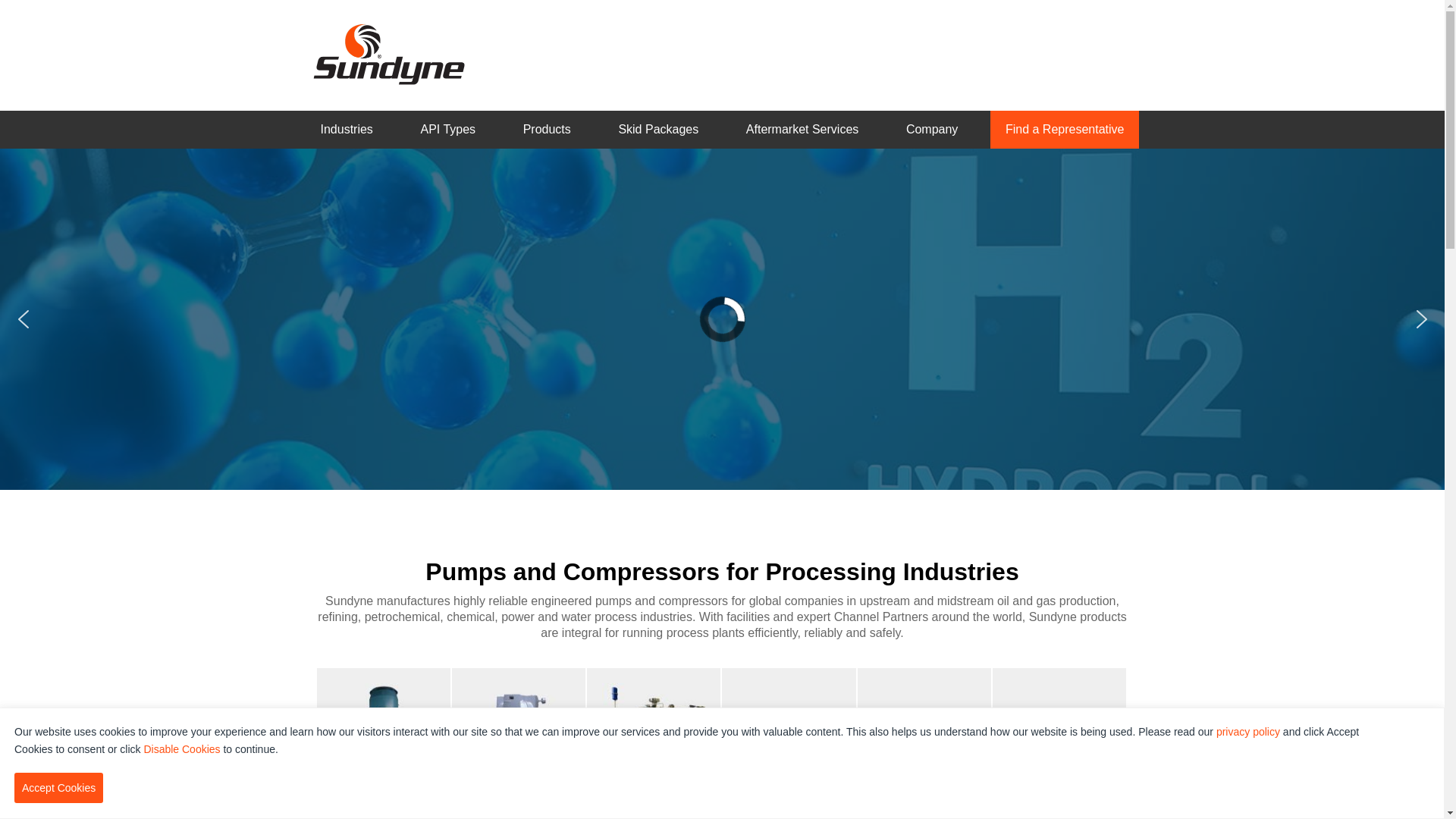  What do you see at coordinates (891, 129) in the screenshot?
I see `'Company'` at bounding box center [891, 129].